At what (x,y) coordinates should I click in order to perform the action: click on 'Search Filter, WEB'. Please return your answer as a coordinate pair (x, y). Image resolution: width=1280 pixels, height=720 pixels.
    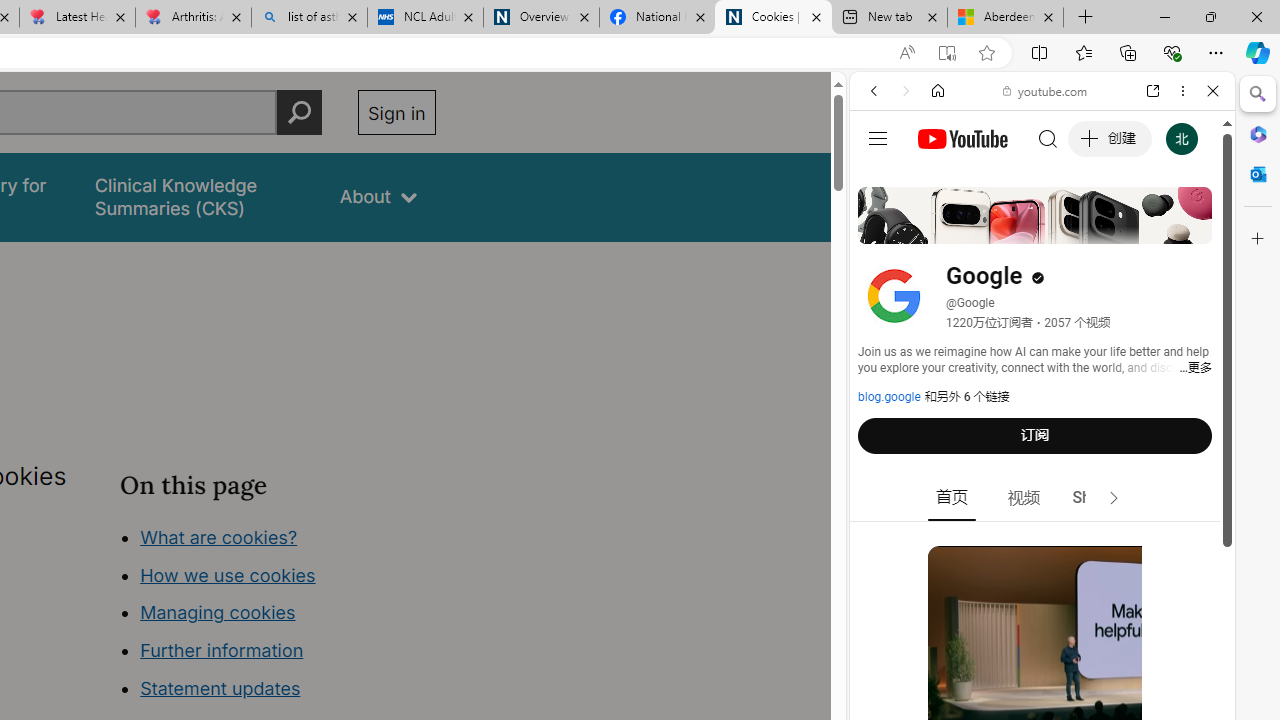
    Looking at the image, I should click on (881, 227).